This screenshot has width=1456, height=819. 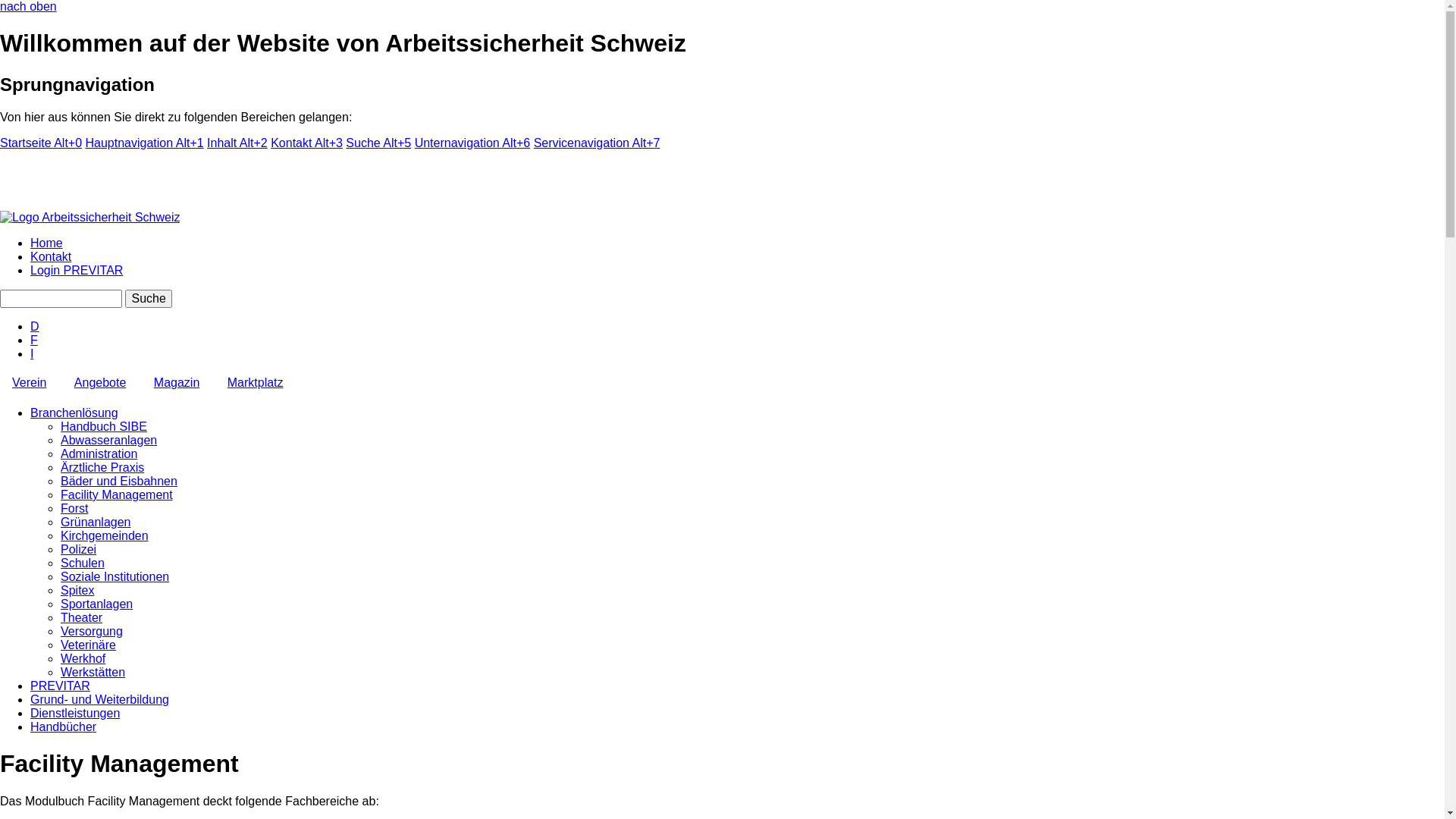 I want to click on 'Kontakt', so click(x=51, y=256).